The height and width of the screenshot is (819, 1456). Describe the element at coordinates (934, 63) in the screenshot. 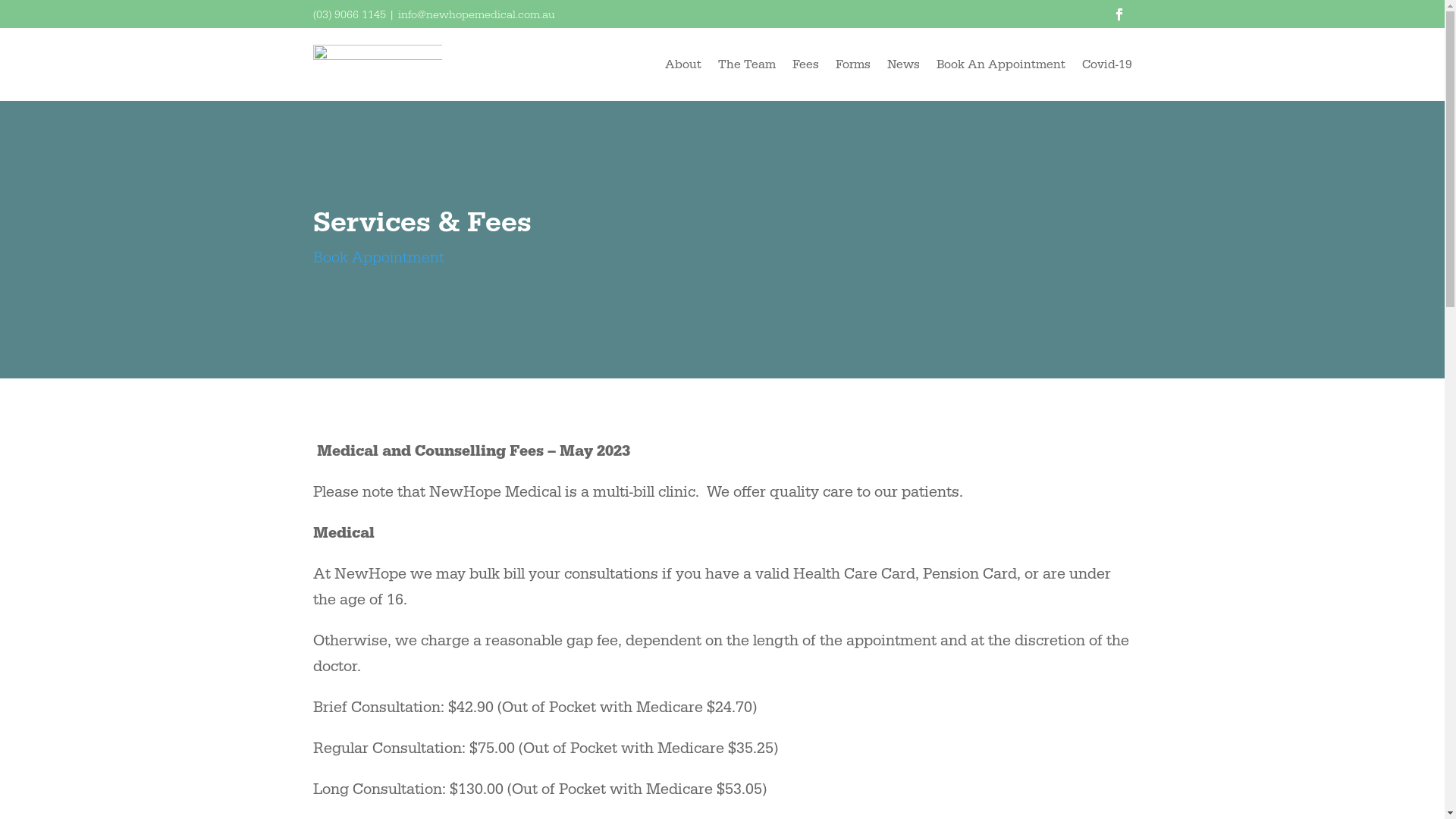

I see `'Book An Appointment'` at that location.